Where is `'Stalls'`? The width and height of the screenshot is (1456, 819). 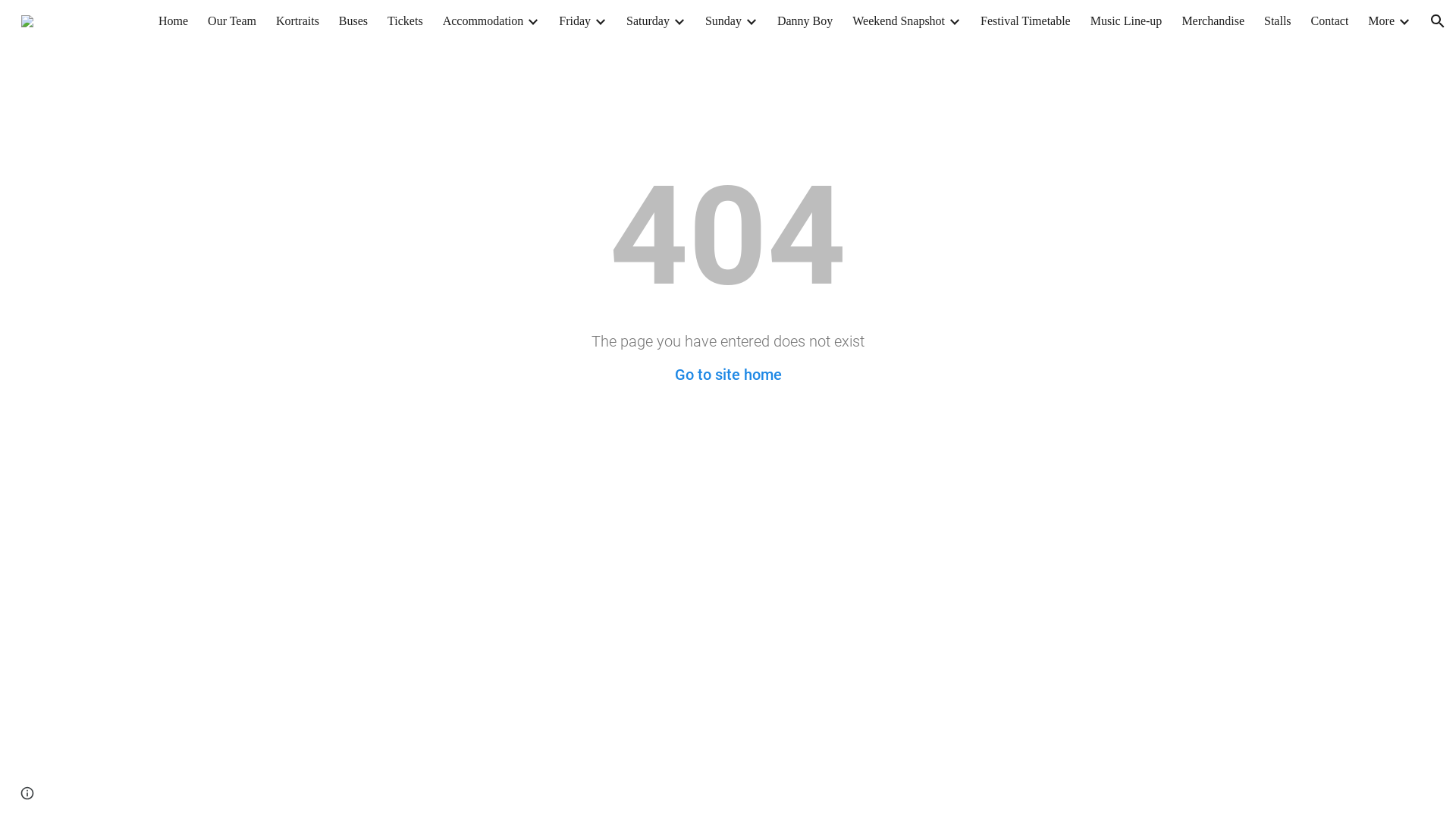 'Stalls' is located at coordinates (1276, 20).